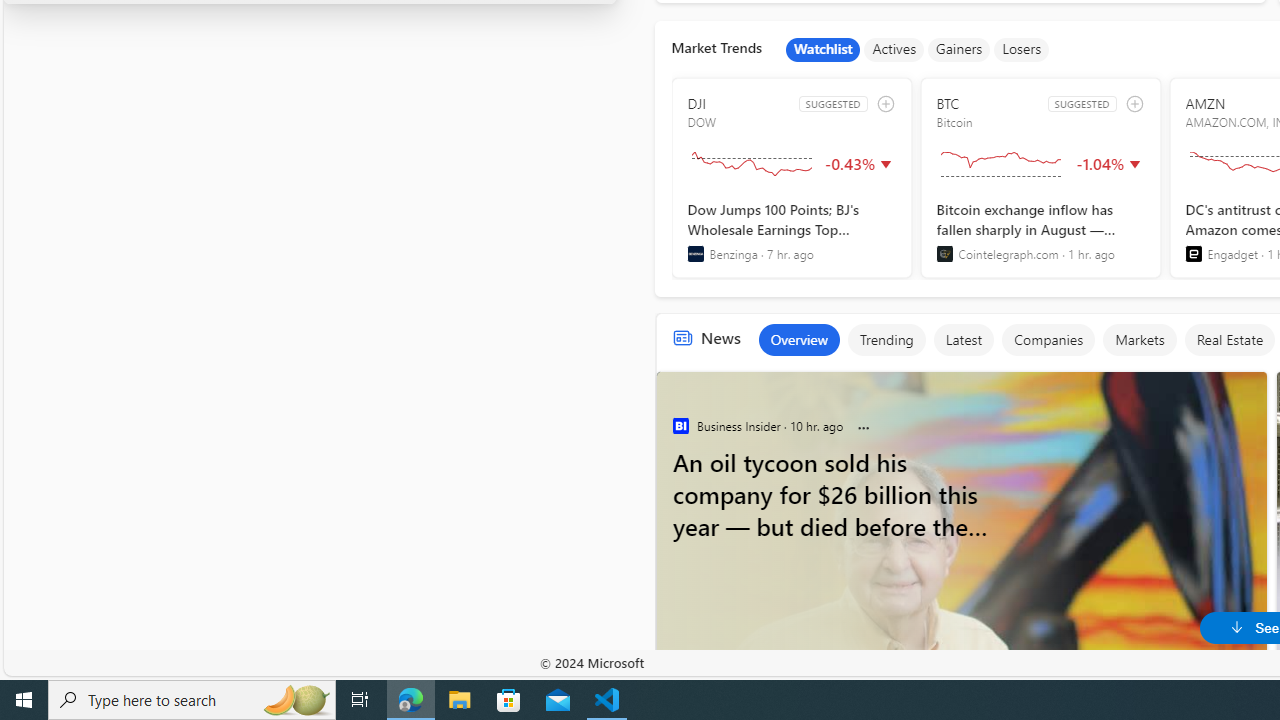 The width and height of the screenshot is (1280, 720). I want to click on 'Latest', so click(963, 338).